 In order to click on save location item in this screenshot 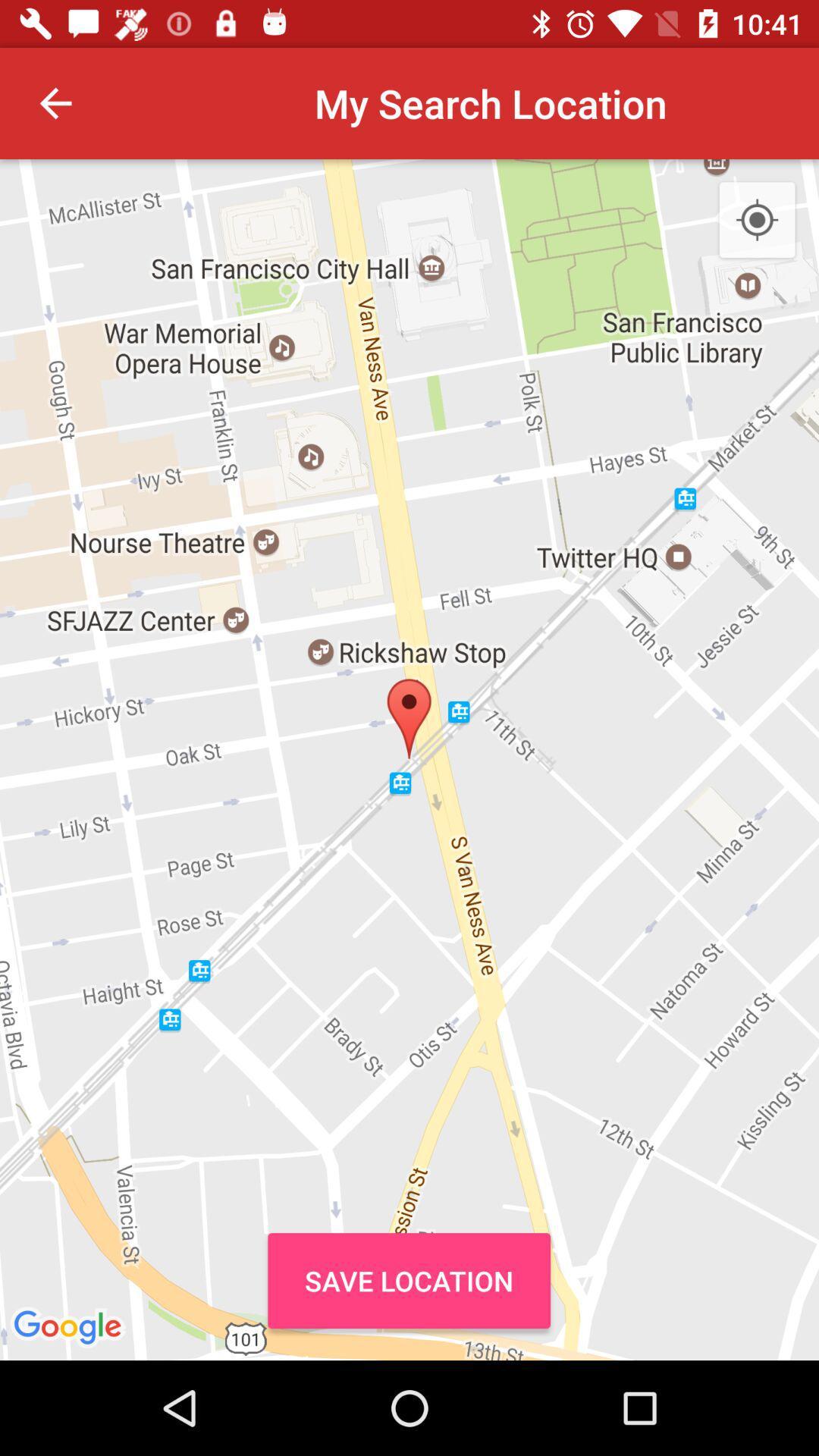, I will do `click(408, 1280)`.